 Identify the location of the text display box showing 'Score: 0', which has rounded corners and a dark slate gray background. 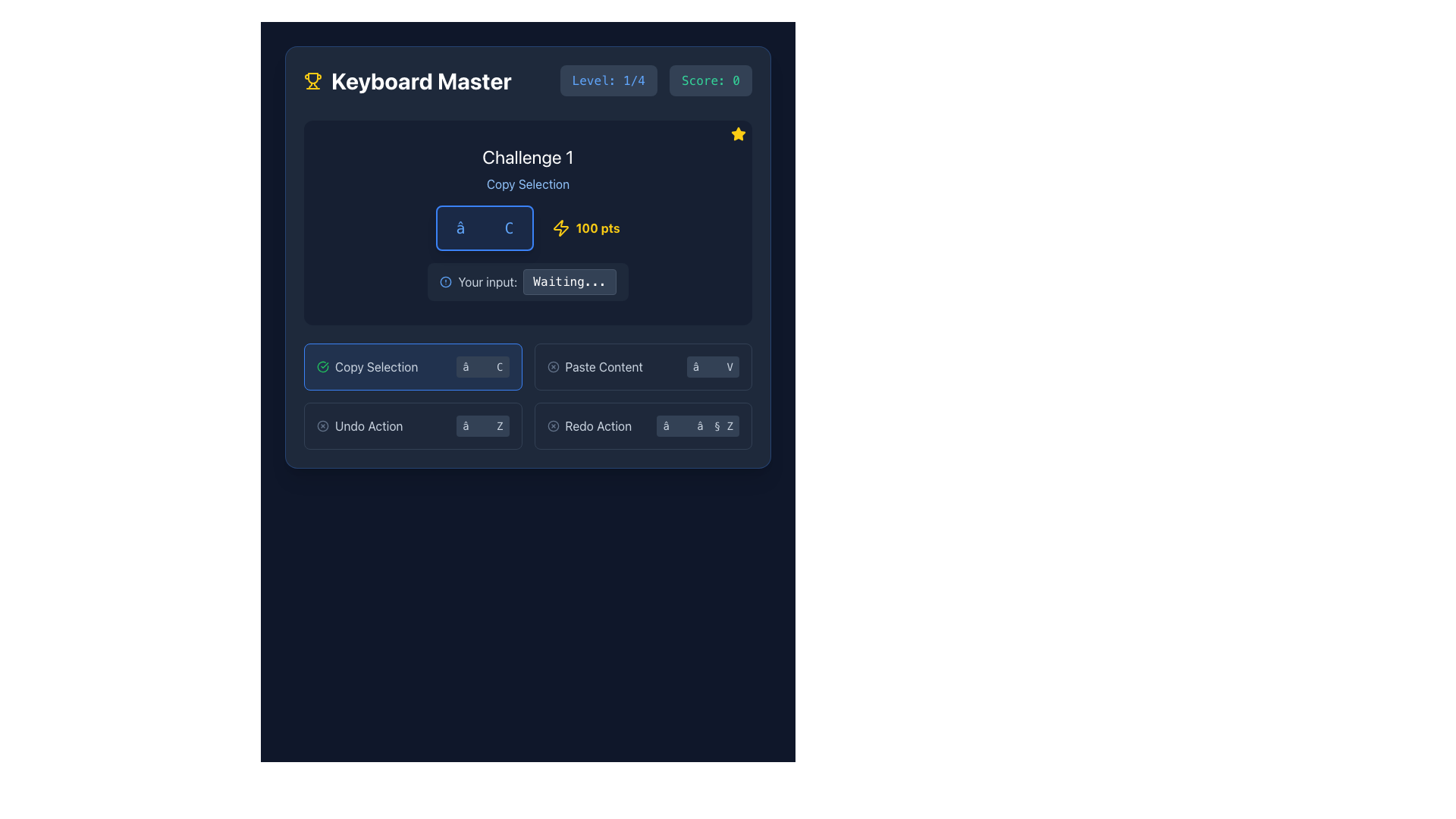
(710, 80).